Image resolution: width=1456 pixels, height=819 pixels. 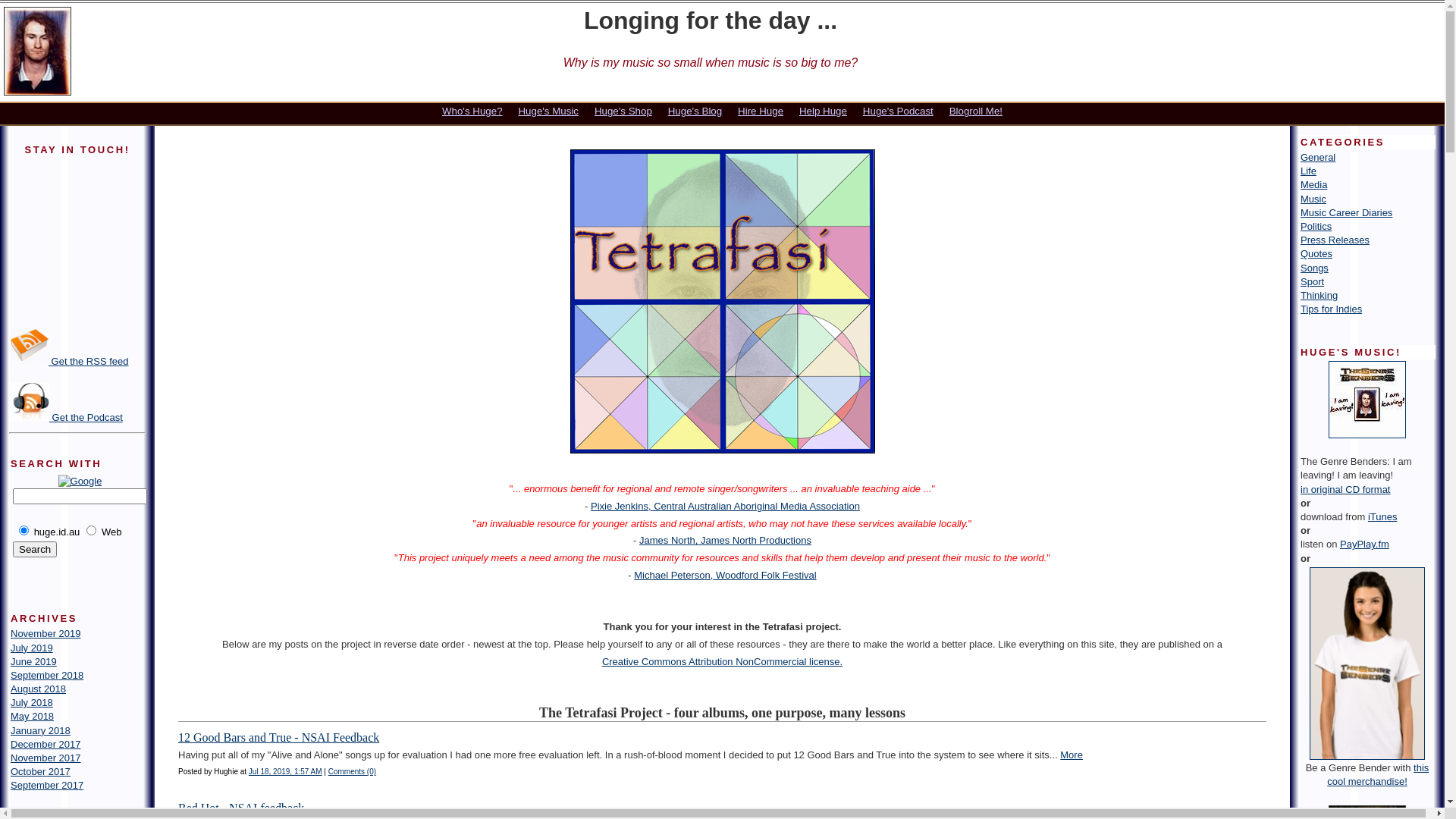 I want to click on 'October 2017', so click(x=40, y=771).